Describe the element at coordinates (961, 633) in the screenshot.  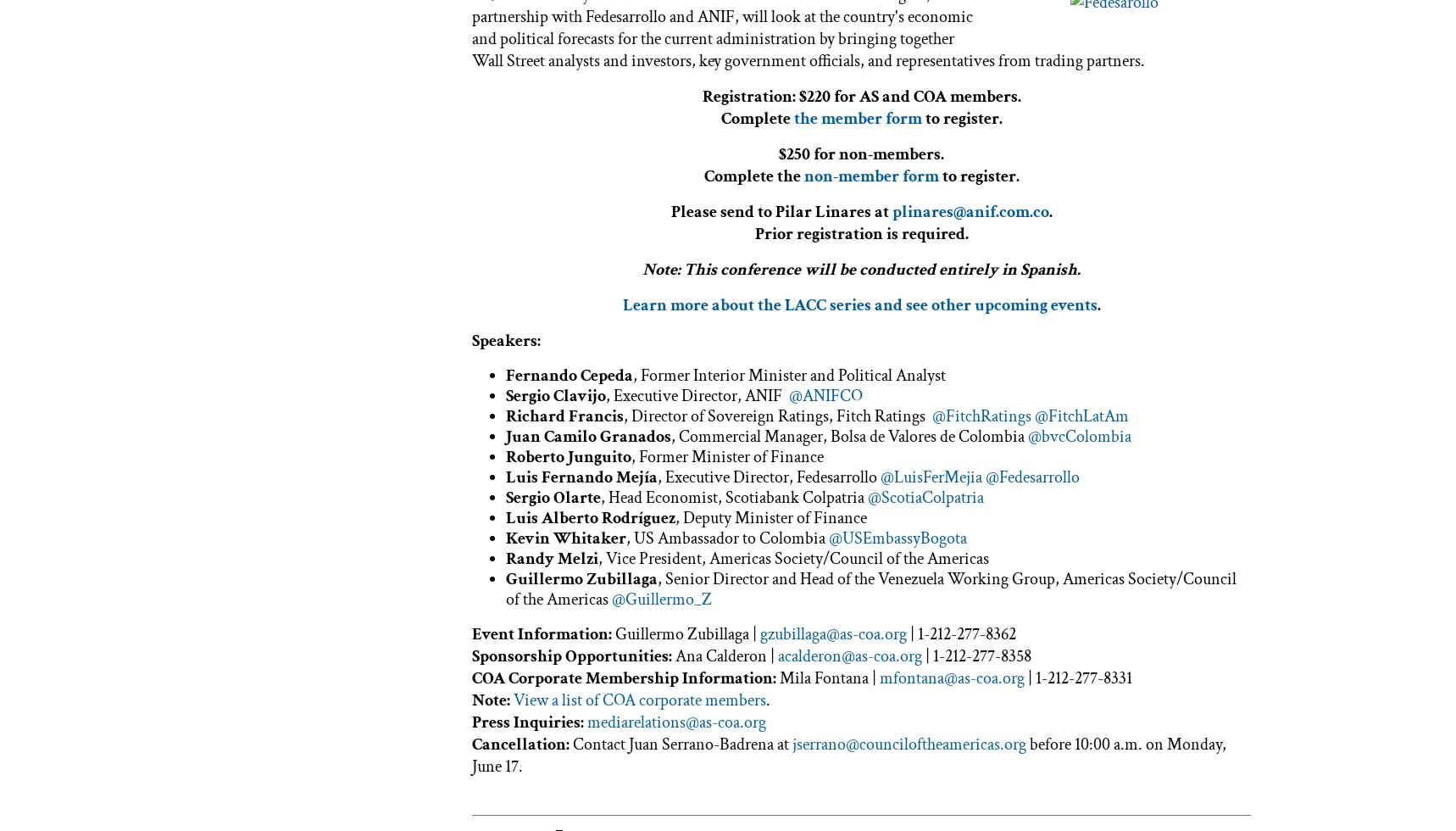
I see `'| 1-212-277-8362'` at that location.